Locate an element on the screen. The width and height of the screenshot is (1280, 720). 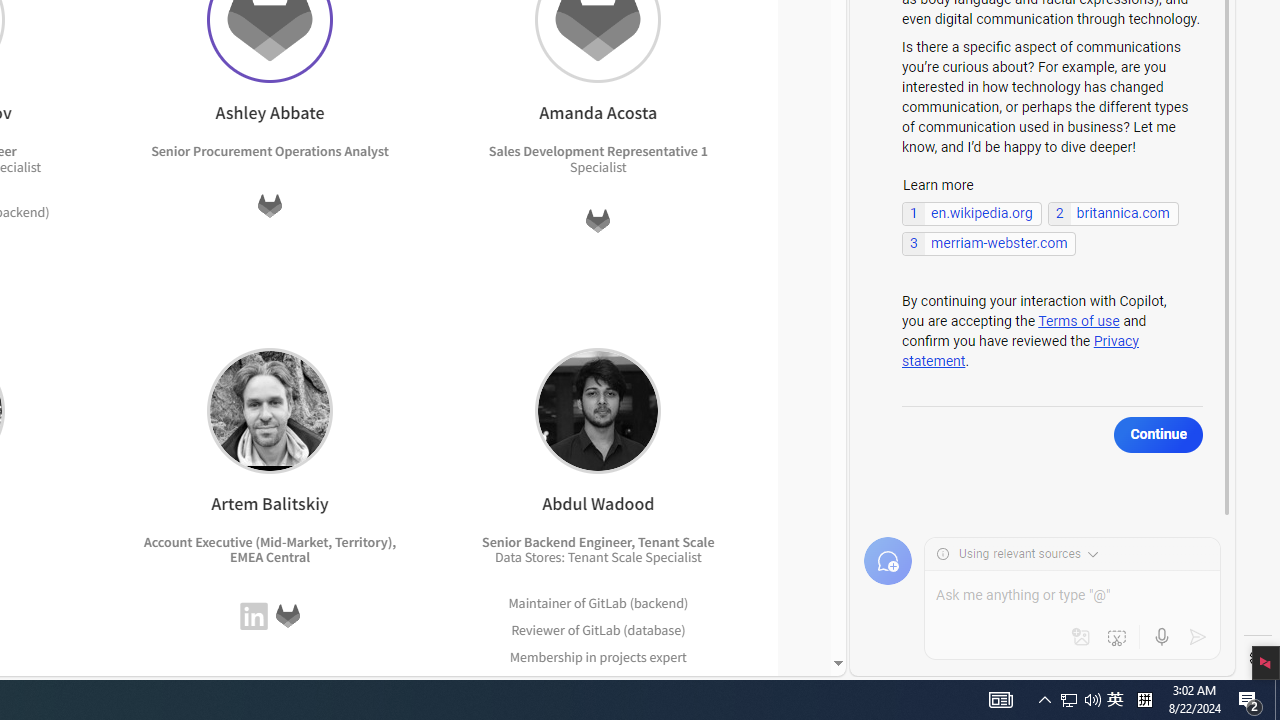
'Reviewer of GitLab (database)' is located at coordinates (597, 628).